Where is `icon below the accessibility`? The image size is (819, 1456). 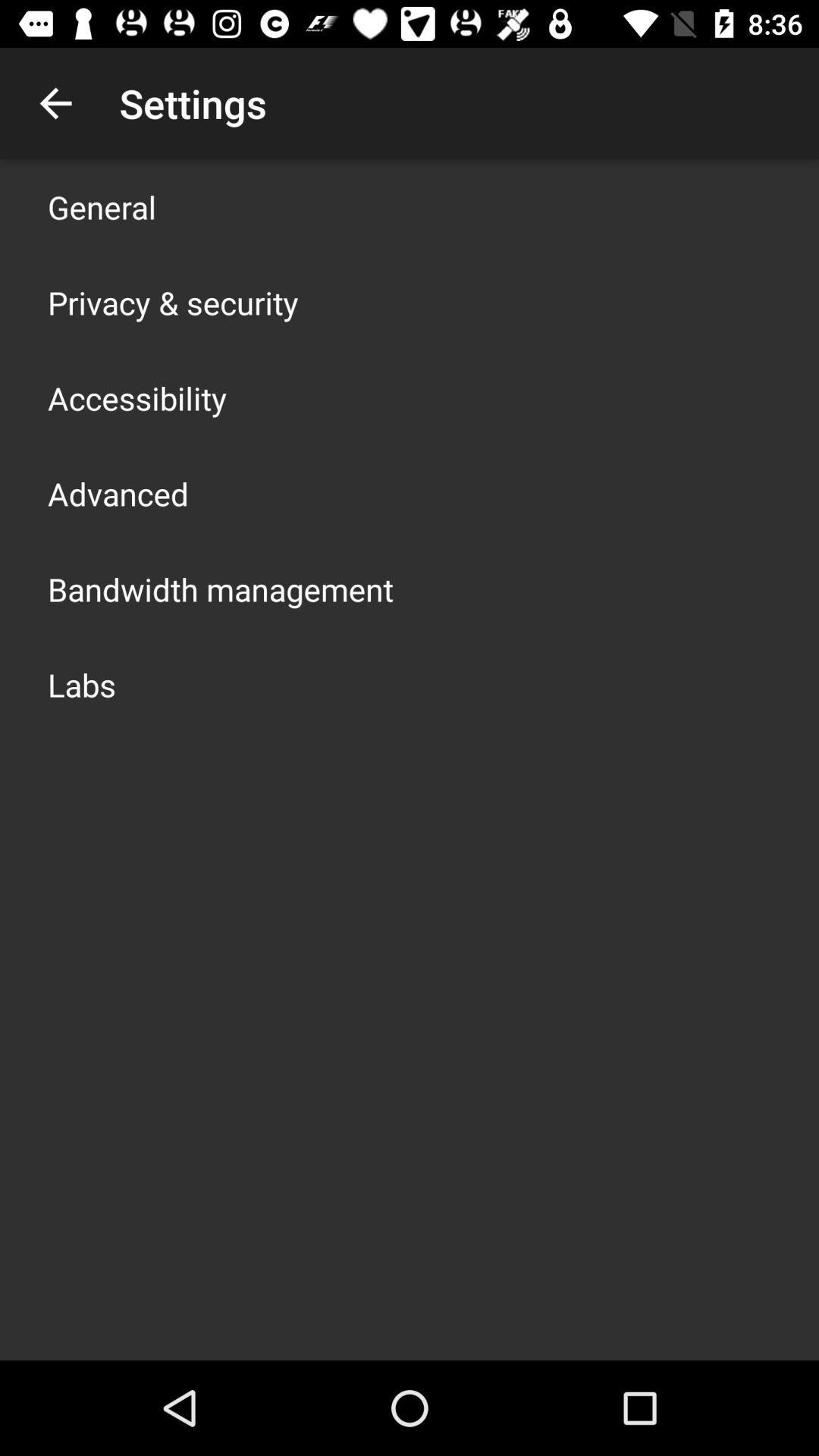
icon below the accessibility is located at coordinates (117, 494).